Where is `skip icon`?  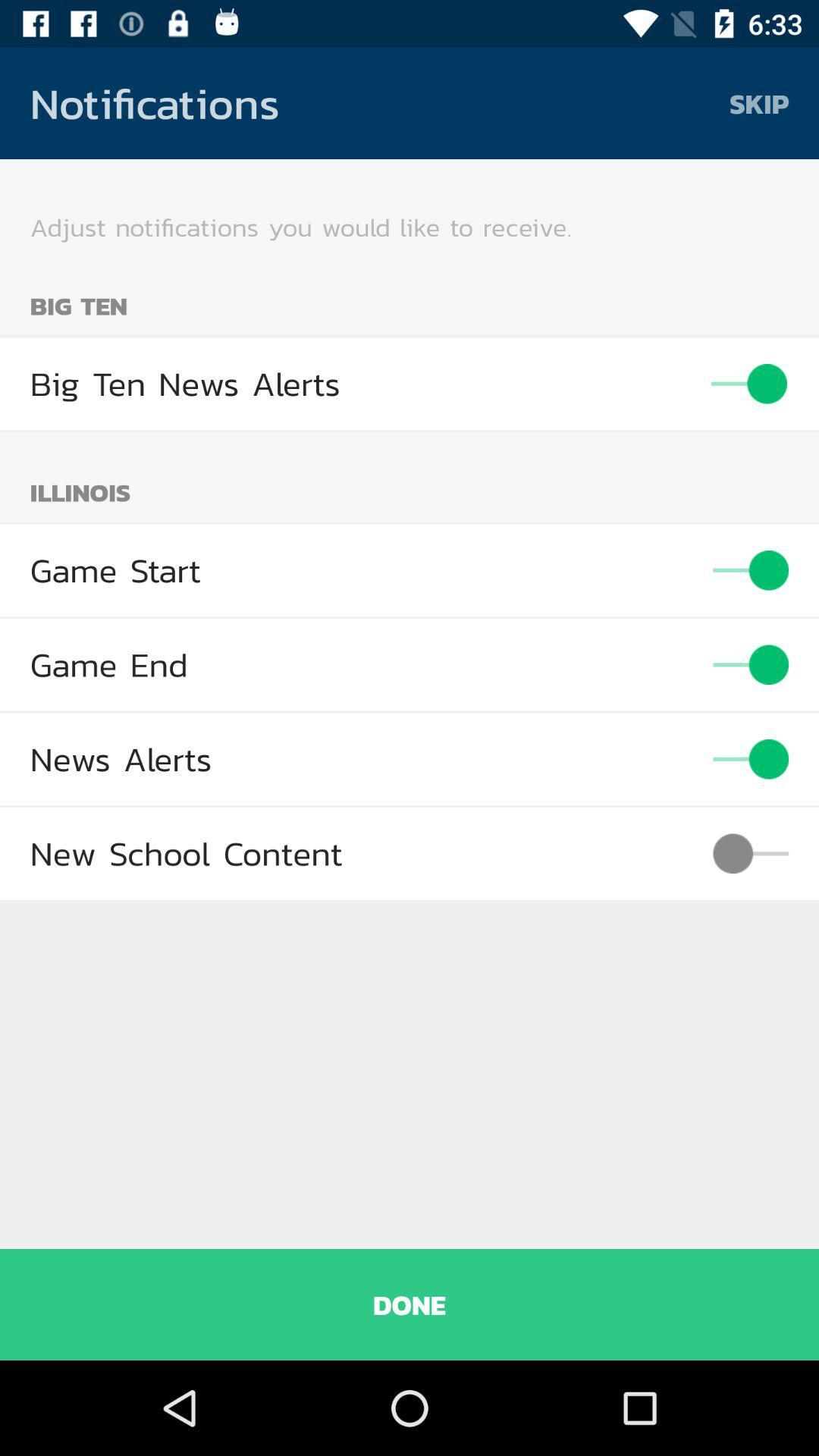 skip icon is located at coordinates (759, 102).